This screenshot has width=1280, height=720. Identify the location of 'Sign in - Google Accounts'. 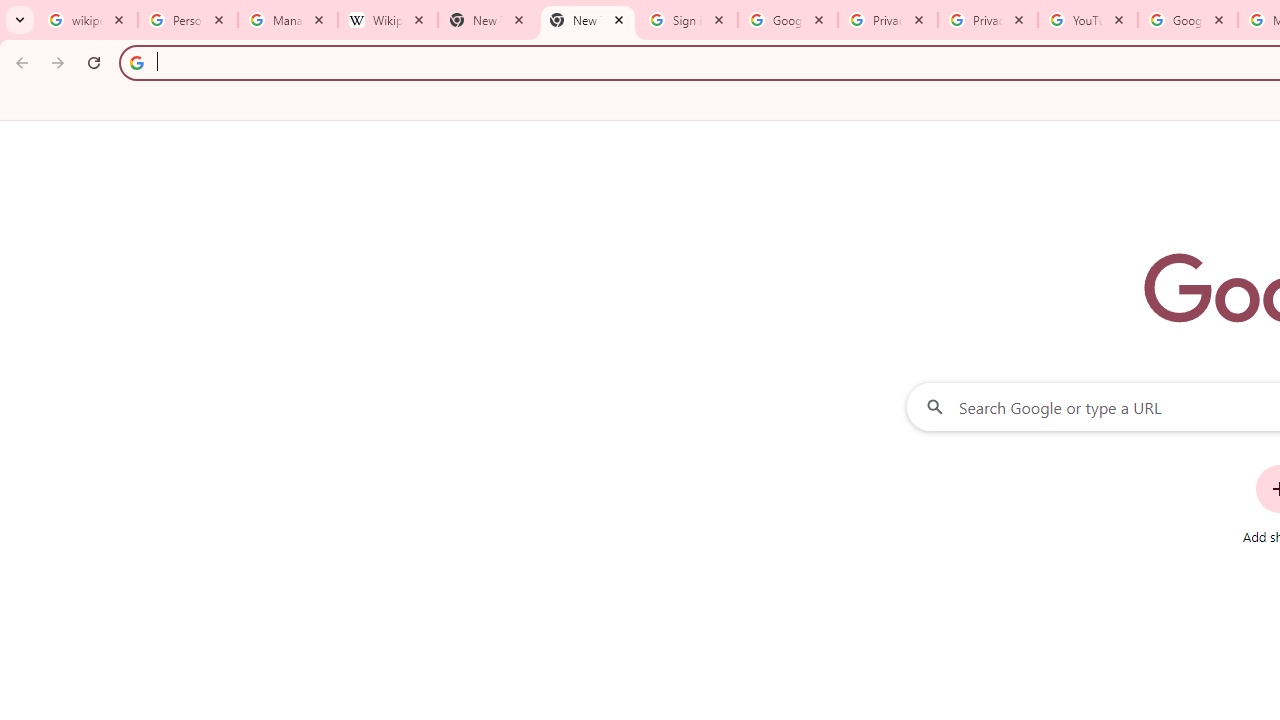
(688, 20).